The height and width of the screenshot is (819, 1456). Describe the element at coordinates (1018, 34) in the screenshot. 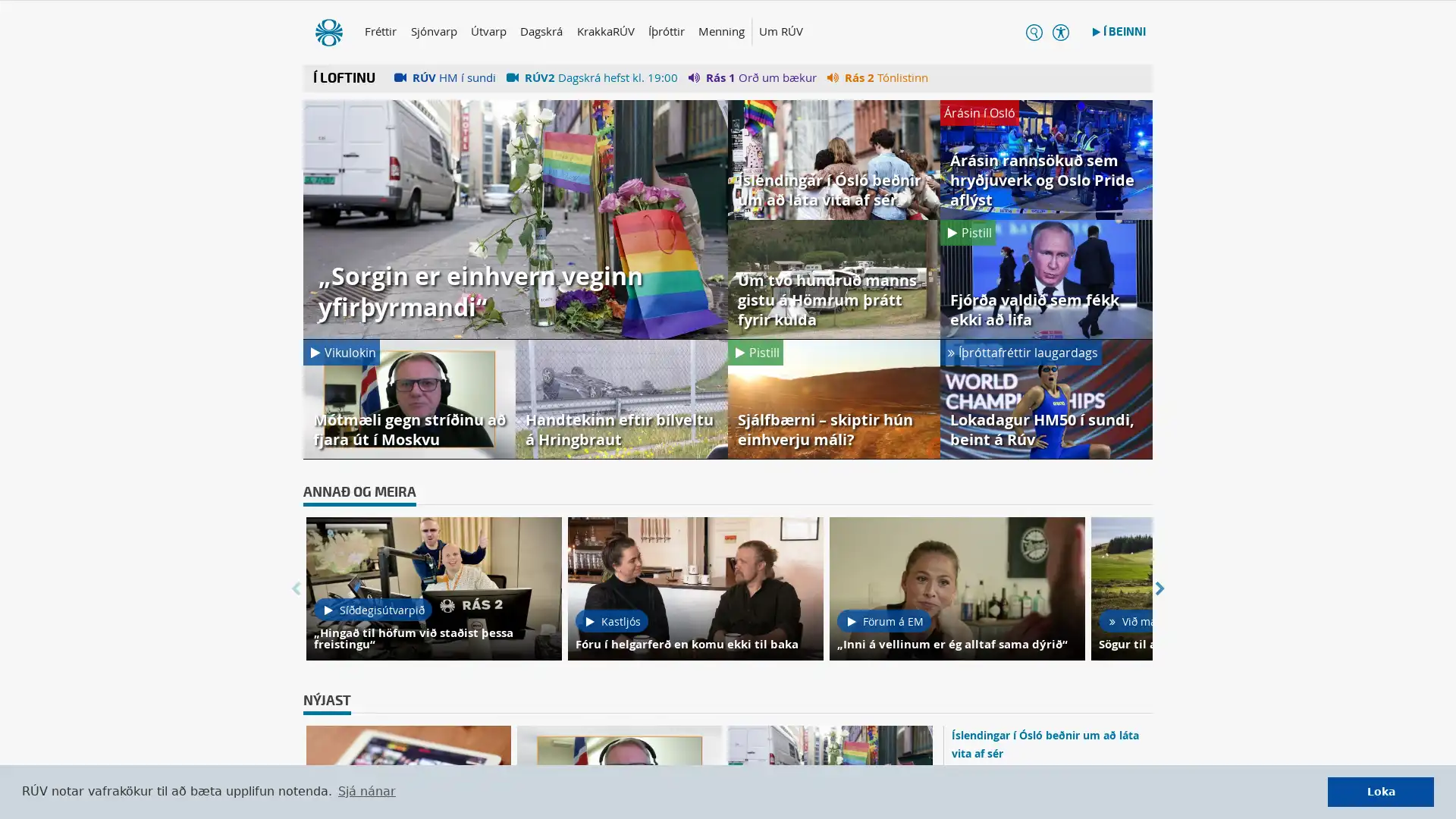

I see `hidden Leit a ruv.is` at that location.